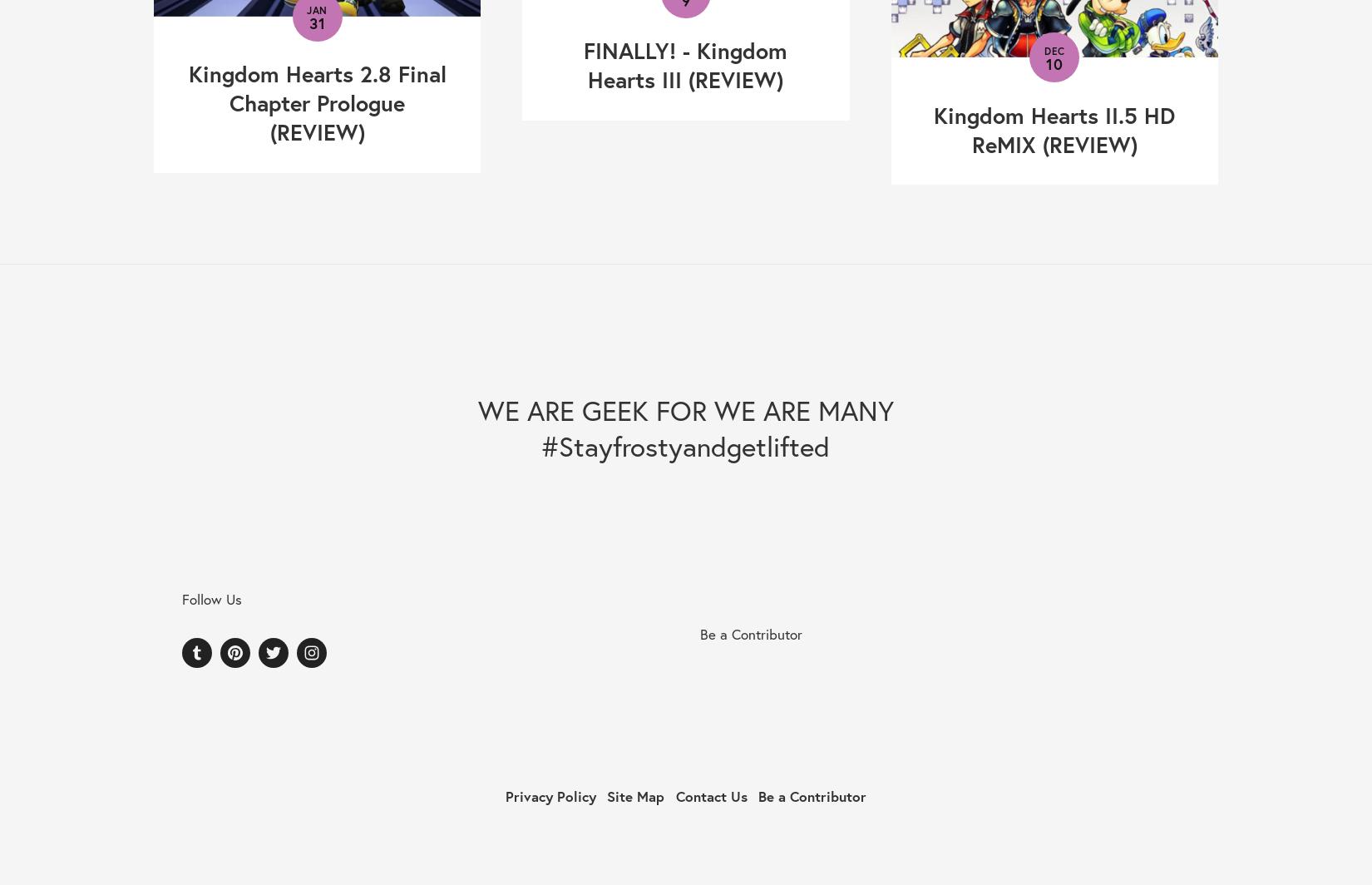 The height and width of the screenshot is (885, 1372). Describe the element at coordinates (684, 64) in the screenshot. I see `'FINALLY! - Kingdom Hearts III (REVIEW)'` at that location.